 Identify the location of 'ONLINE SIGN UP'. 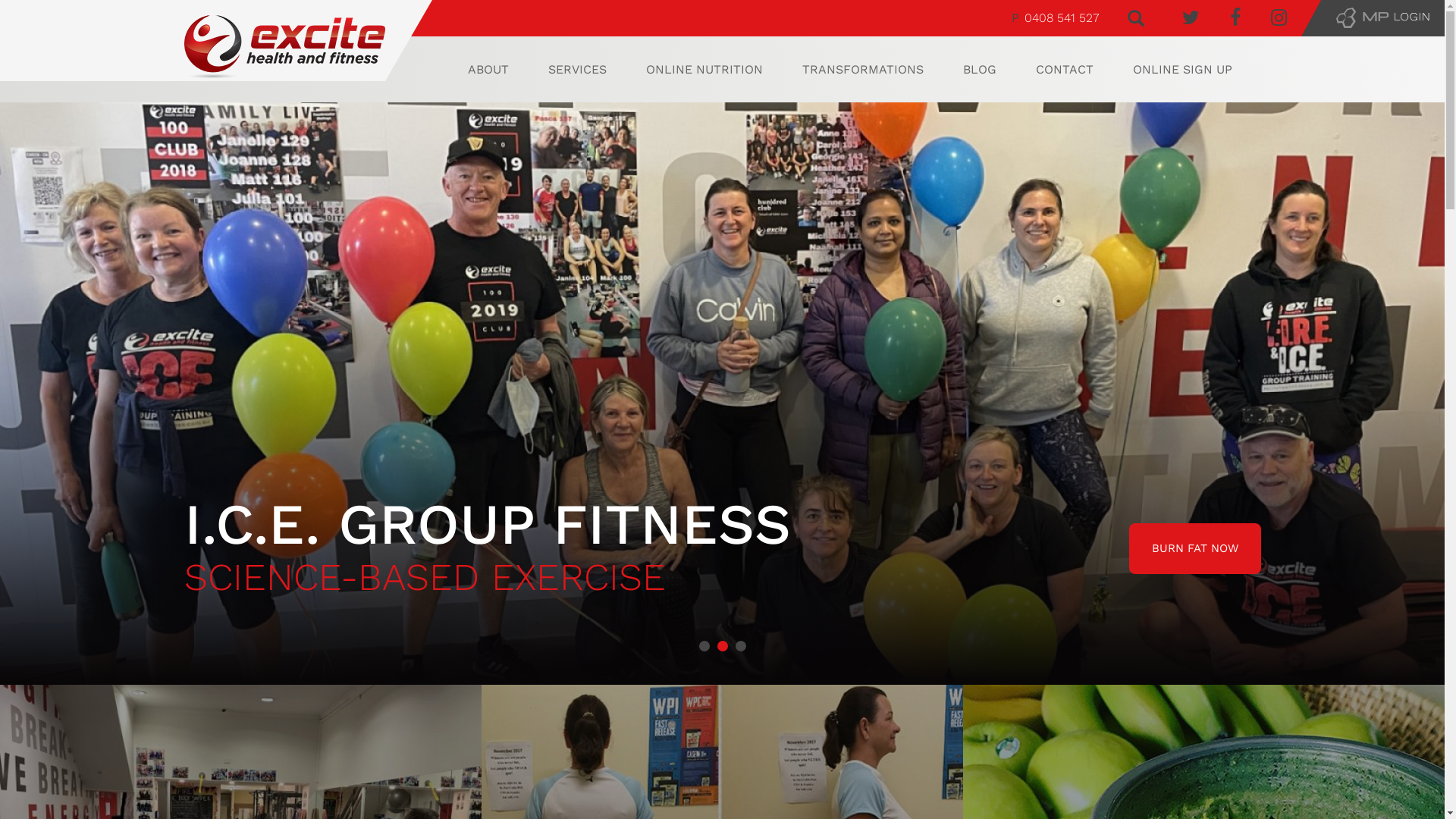
(1181, 69).